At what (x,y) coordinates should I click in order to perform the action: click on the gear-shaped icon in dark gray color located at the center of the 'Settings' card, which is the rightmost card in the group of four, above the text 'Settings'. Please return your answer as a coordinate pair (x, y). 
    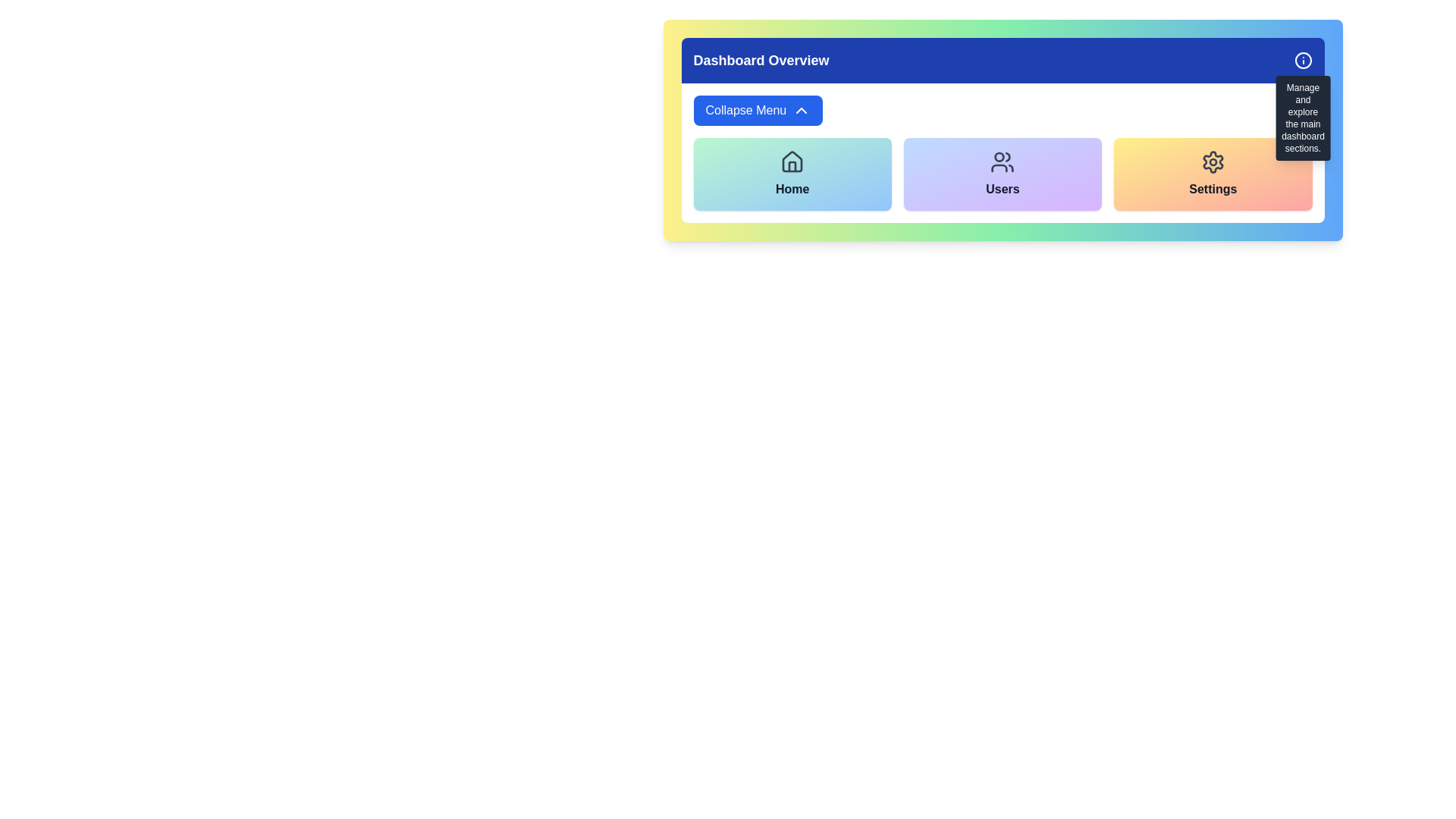
    Looking at the image, I should click on (1212, 162).